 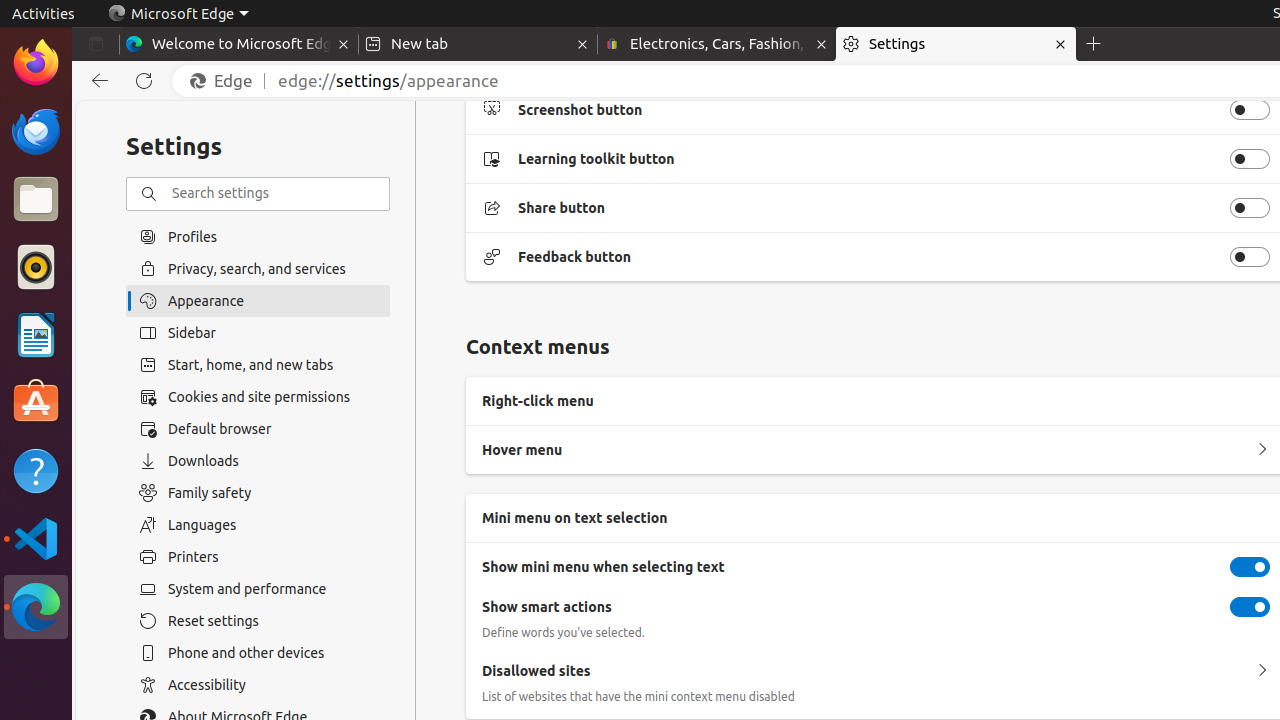 I want to click on 'Back', so click(x=95, y=80).